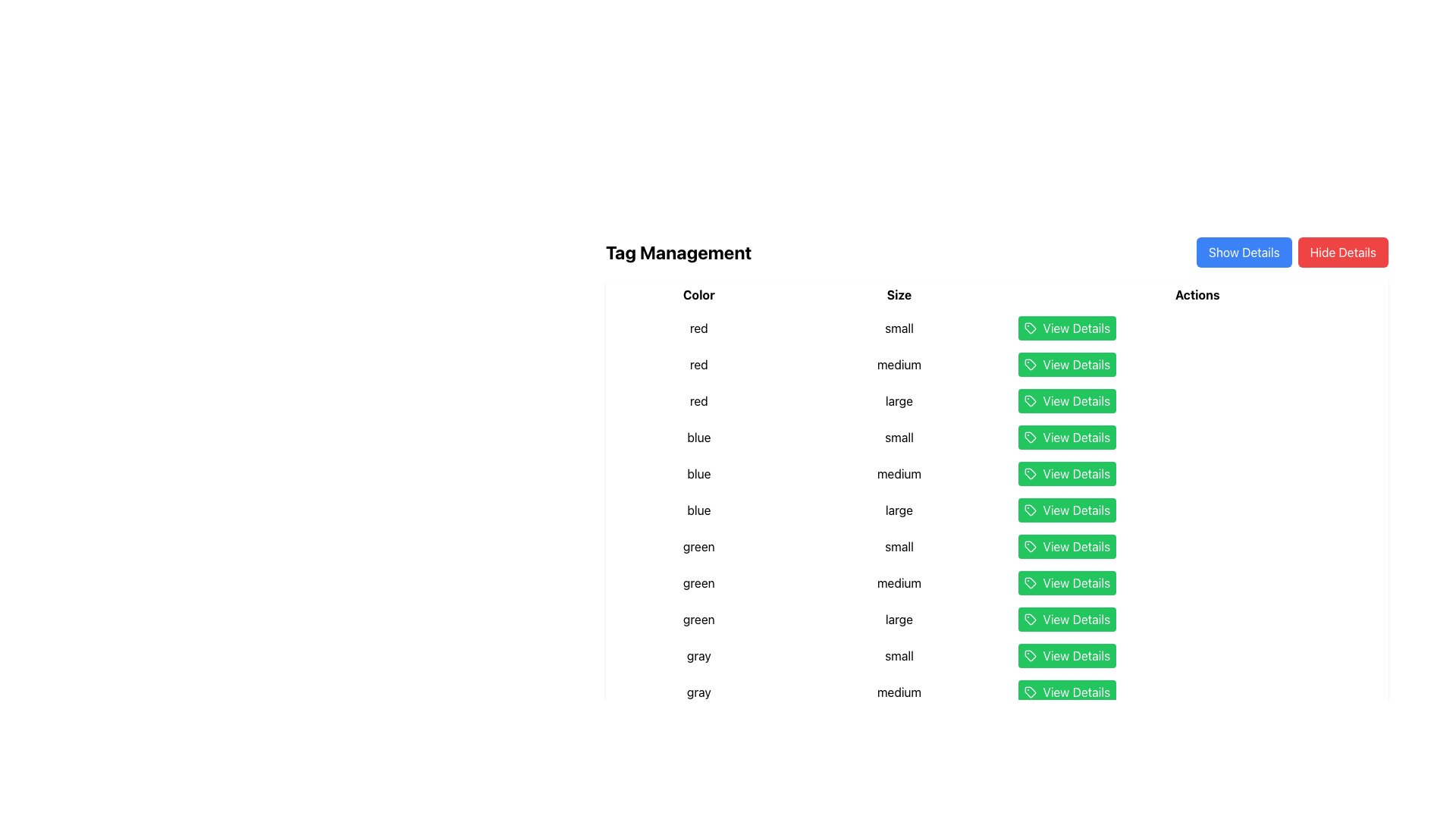  Describe the element at coordinates (997, 472) in the screenshot. I see `the 'View Details' button in the second row of the data table under the 'blue' color category` at that location.